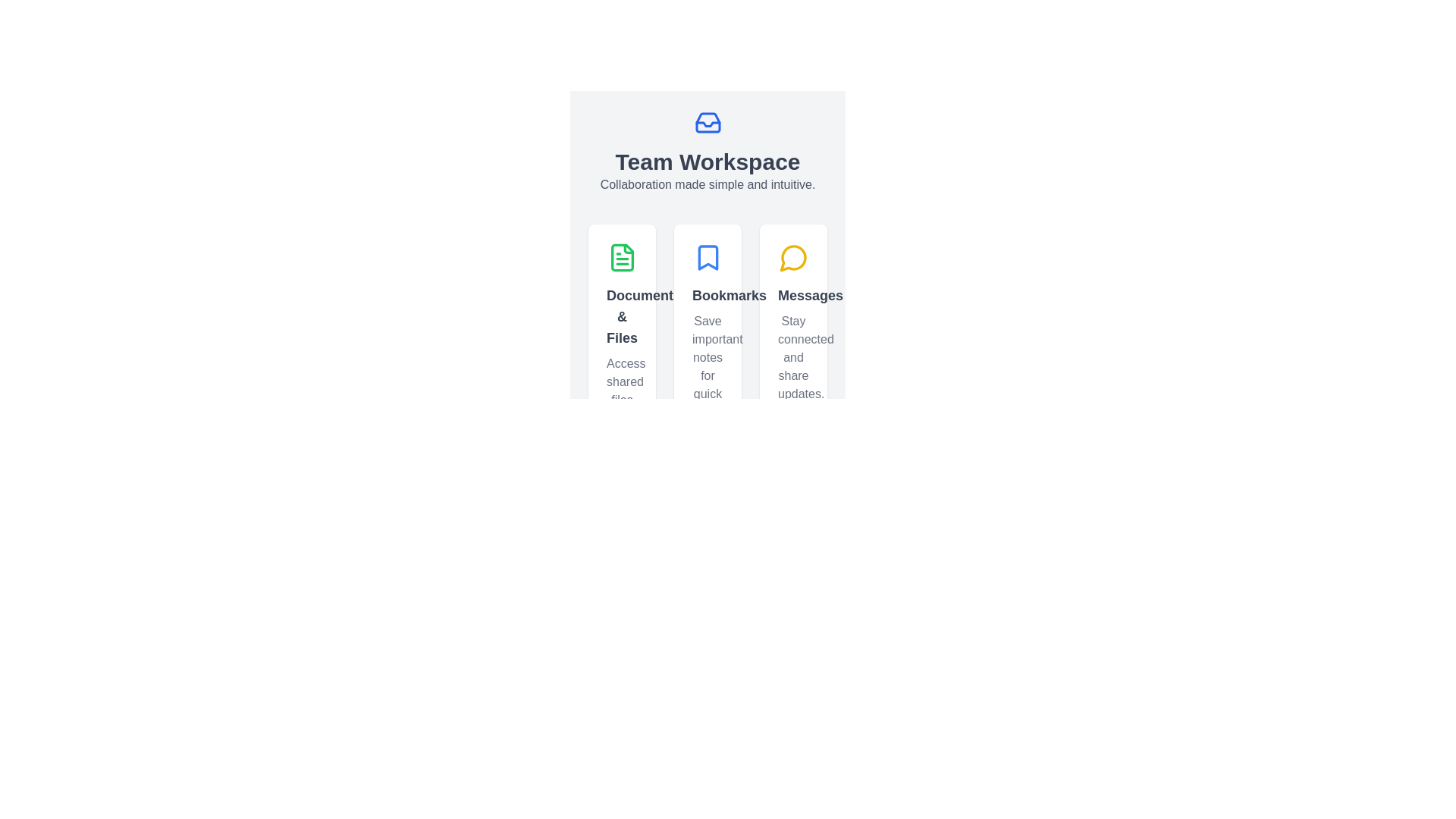  Describe the element at coordinates (792, 256) in the screenshot. I see `the yellow conversation bubble icon located at the top center of the 'Messages' card within the grid layout` at that location.